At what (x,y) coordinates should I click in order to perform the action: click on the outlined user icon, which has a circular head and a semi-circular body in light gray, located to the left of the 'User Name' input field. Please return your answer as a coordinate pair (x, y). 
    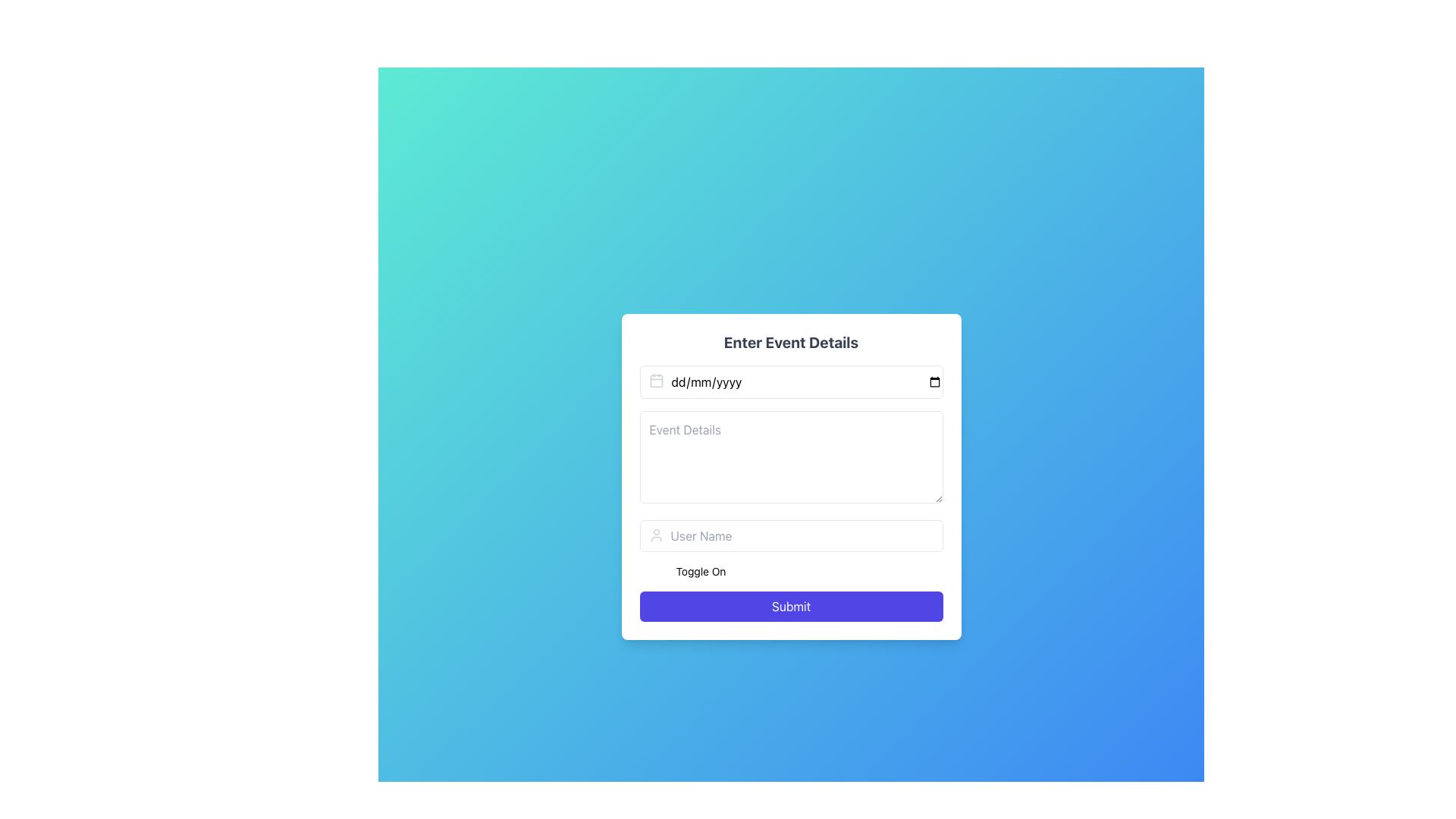
    Looking at the image, I should click on (656, 534).